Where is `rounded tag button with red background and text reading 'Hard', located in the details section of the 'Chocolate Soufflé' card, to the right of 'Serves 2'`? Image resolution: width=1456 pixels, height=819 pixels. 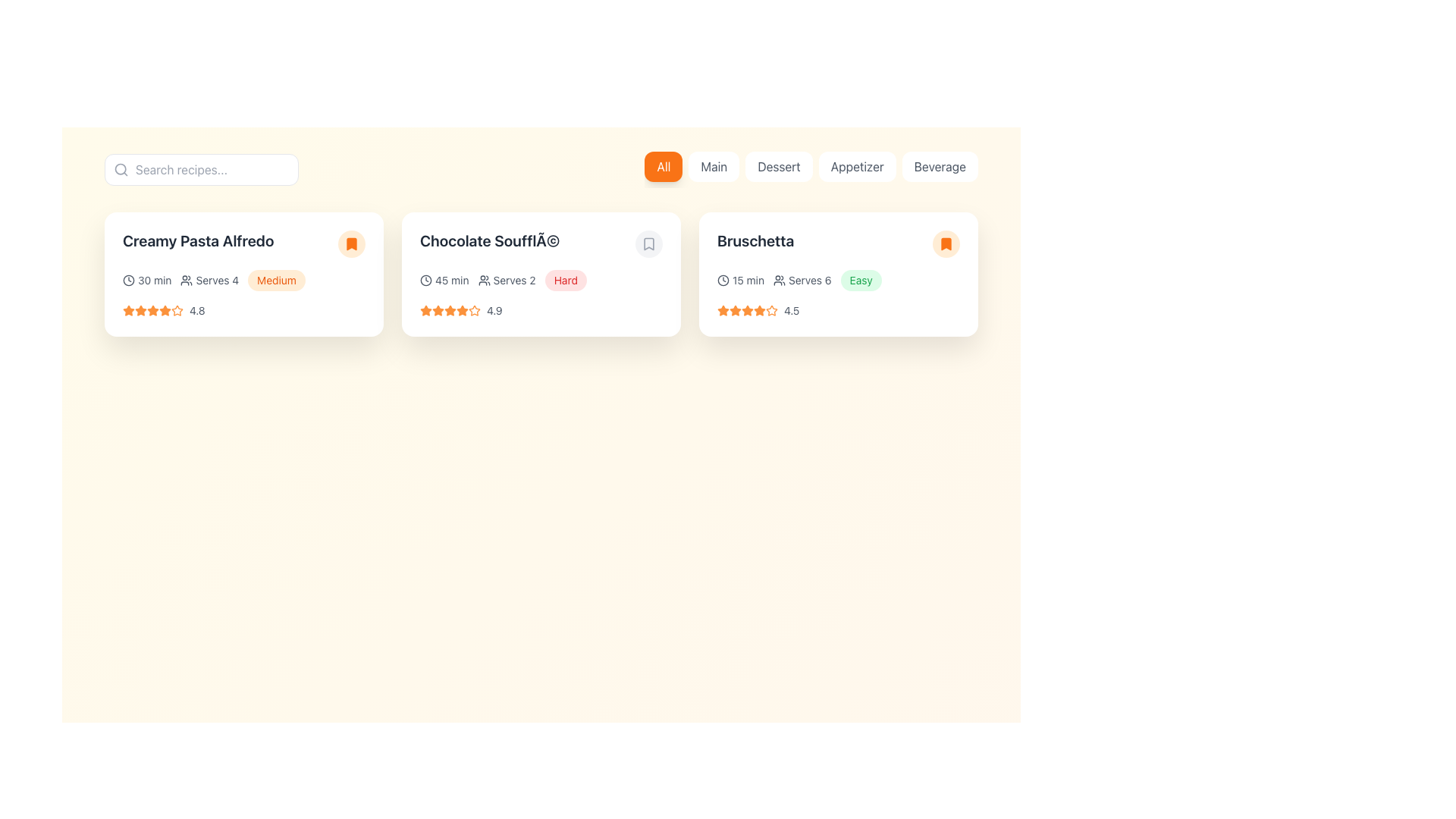
rounded tag button with red background and text reading 'Hard', located in the details section of the 'Chocolate Soufflé' card, to the right of 'Serves 2' is located at coordinates (565, 281).